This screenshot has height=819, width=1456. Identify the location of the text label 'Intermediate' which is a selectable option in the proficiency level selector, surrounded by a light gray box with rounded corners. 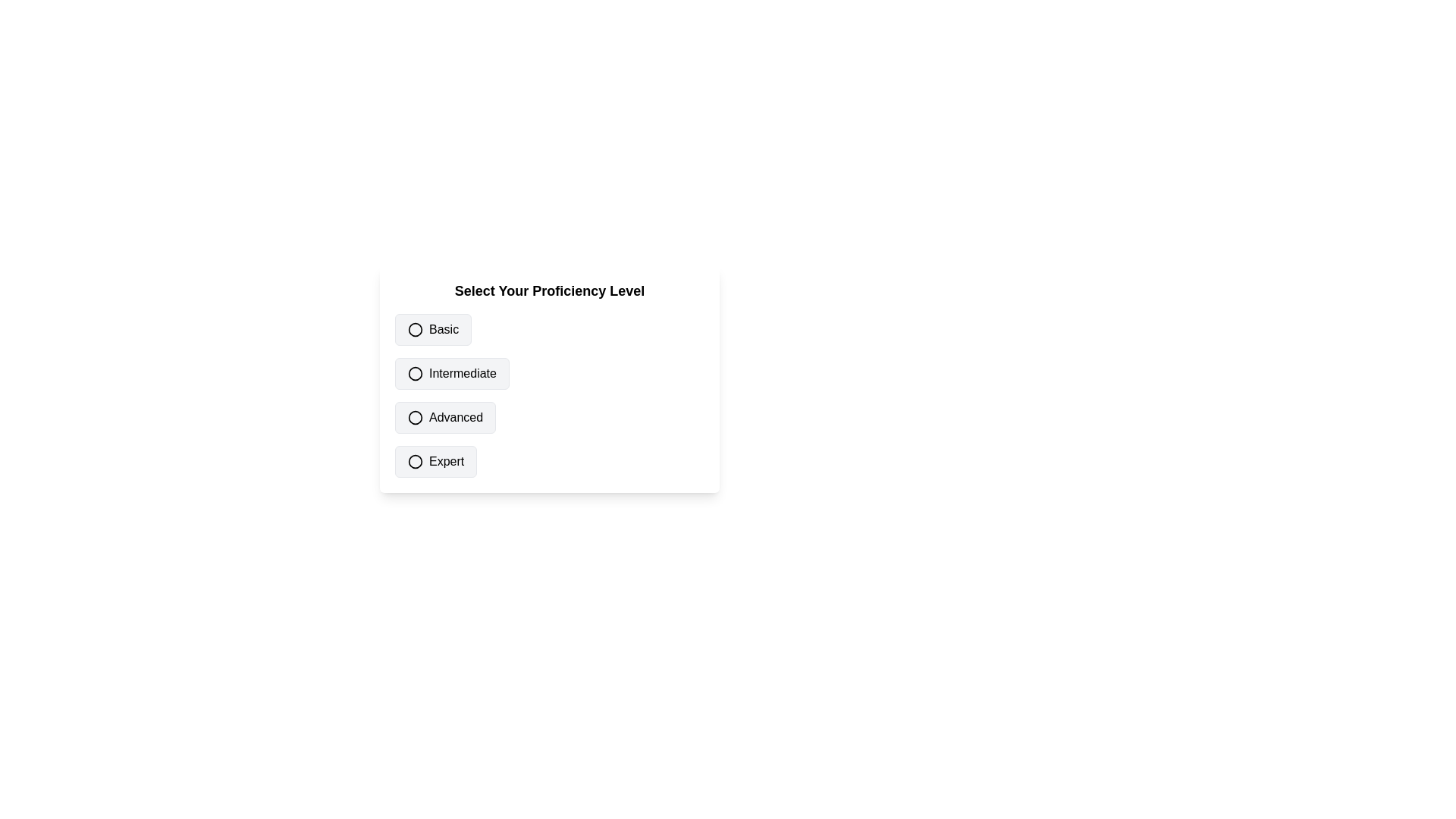
(462, 374).